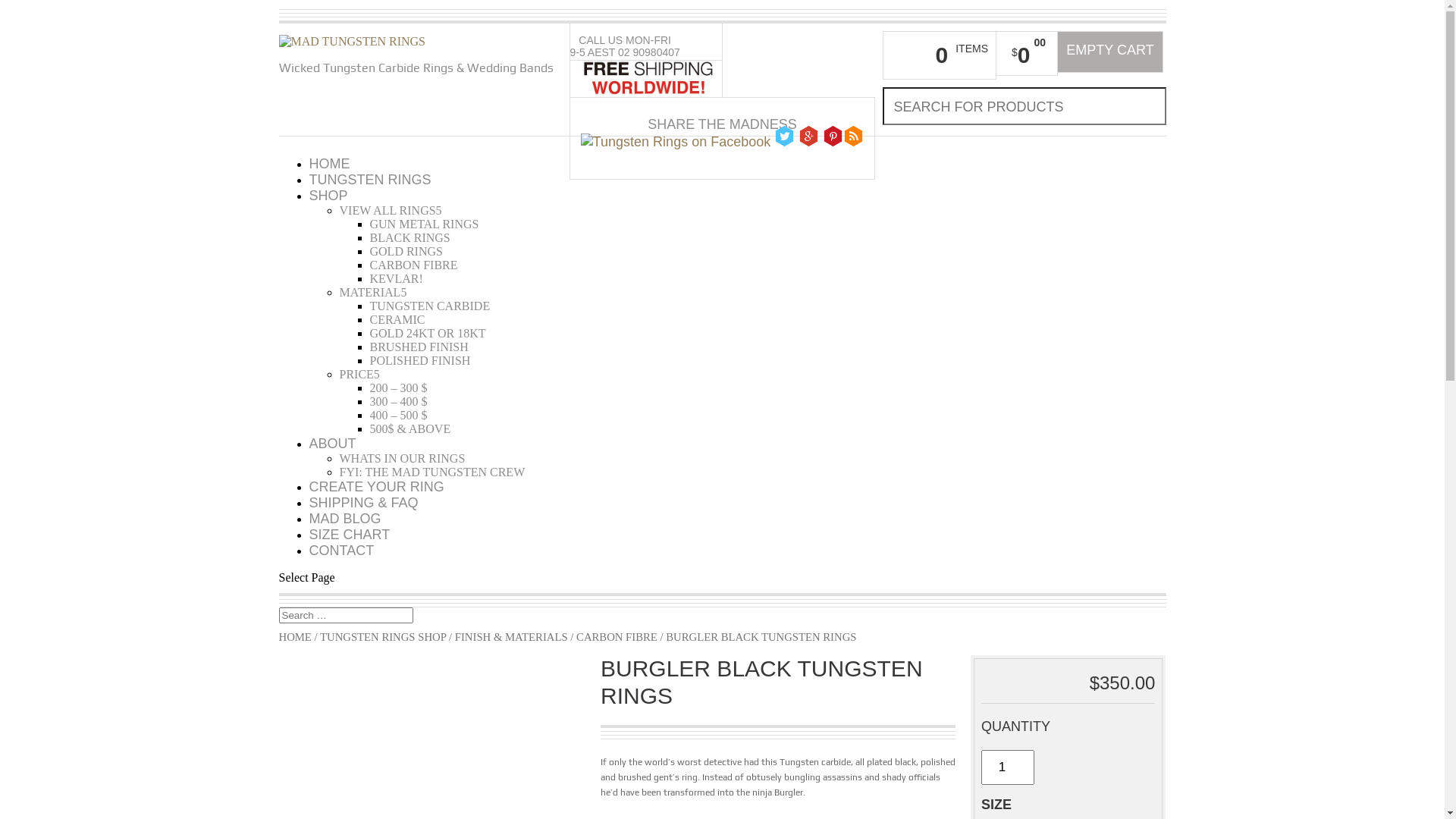 This screenshot has width=1456, height=819. Describe the element at coordinates (981, 767) in the screenshot. I see `'Qty'` at that location.